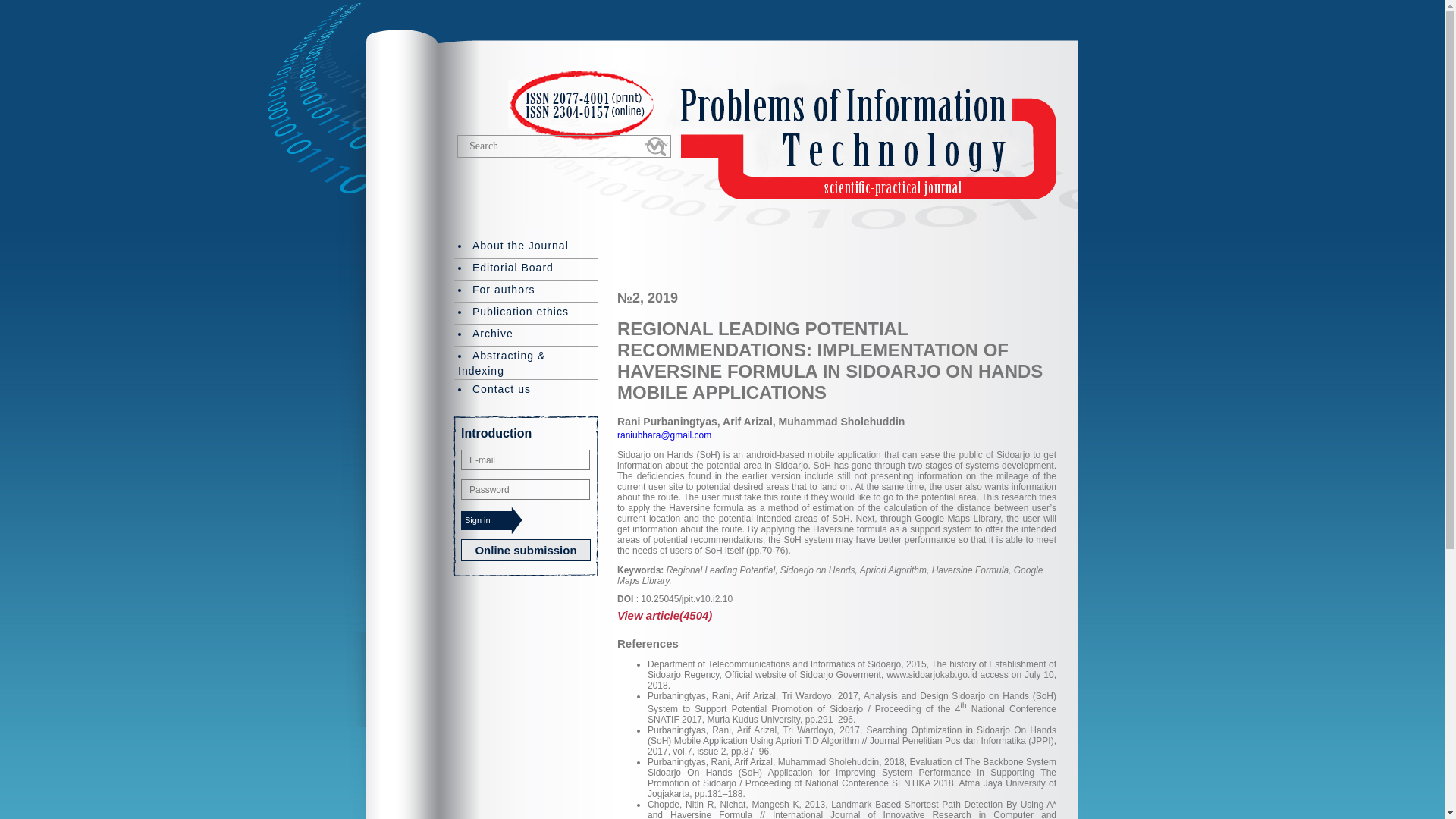 This screenshot has height=819, width=1456. I want to click on 'raniubhara@gmail.com', so click(664, 435).